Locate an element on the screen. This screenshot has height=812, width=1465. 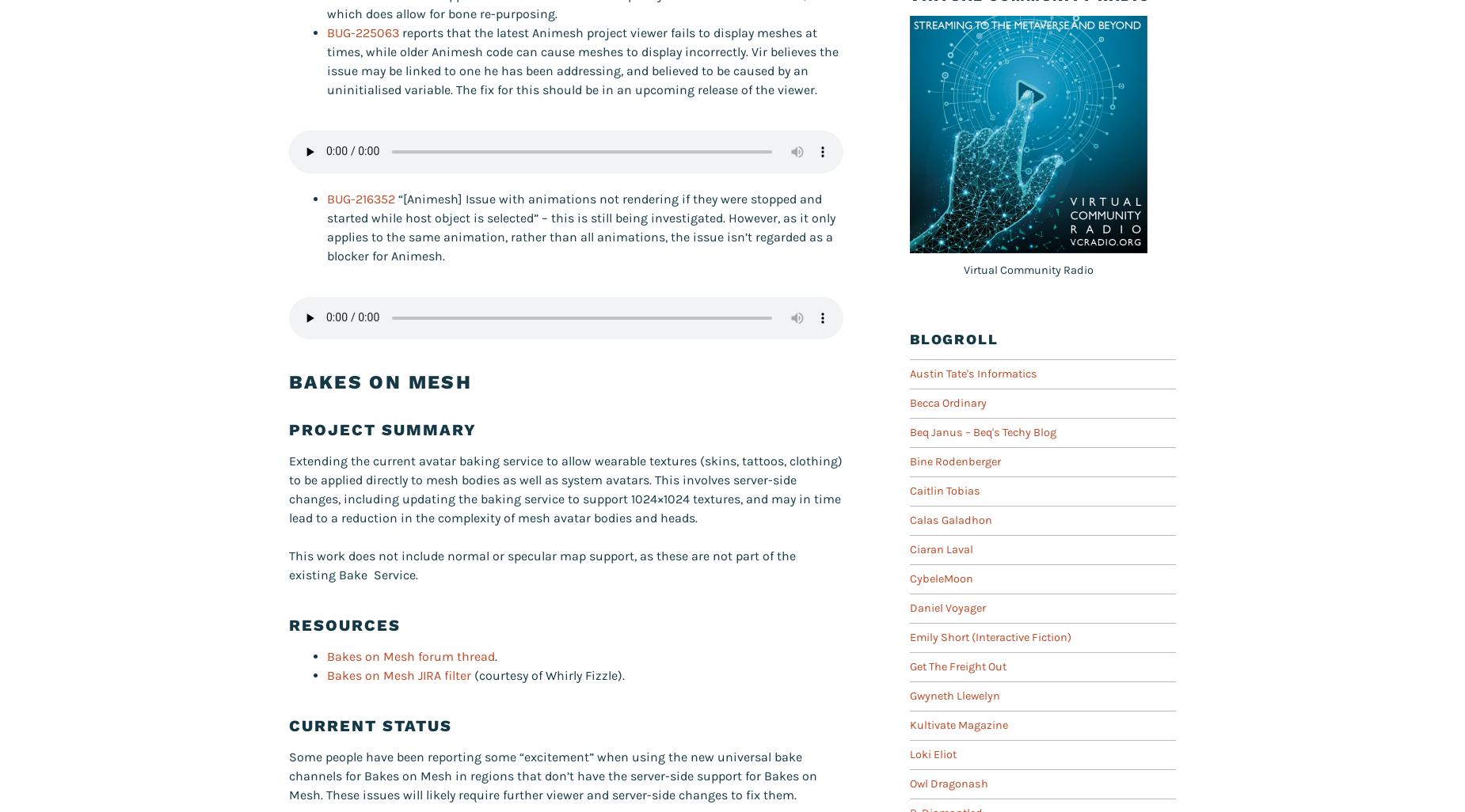
'Beq Janus – Beq's Techy Blog' is located at coordinates (909, 431).